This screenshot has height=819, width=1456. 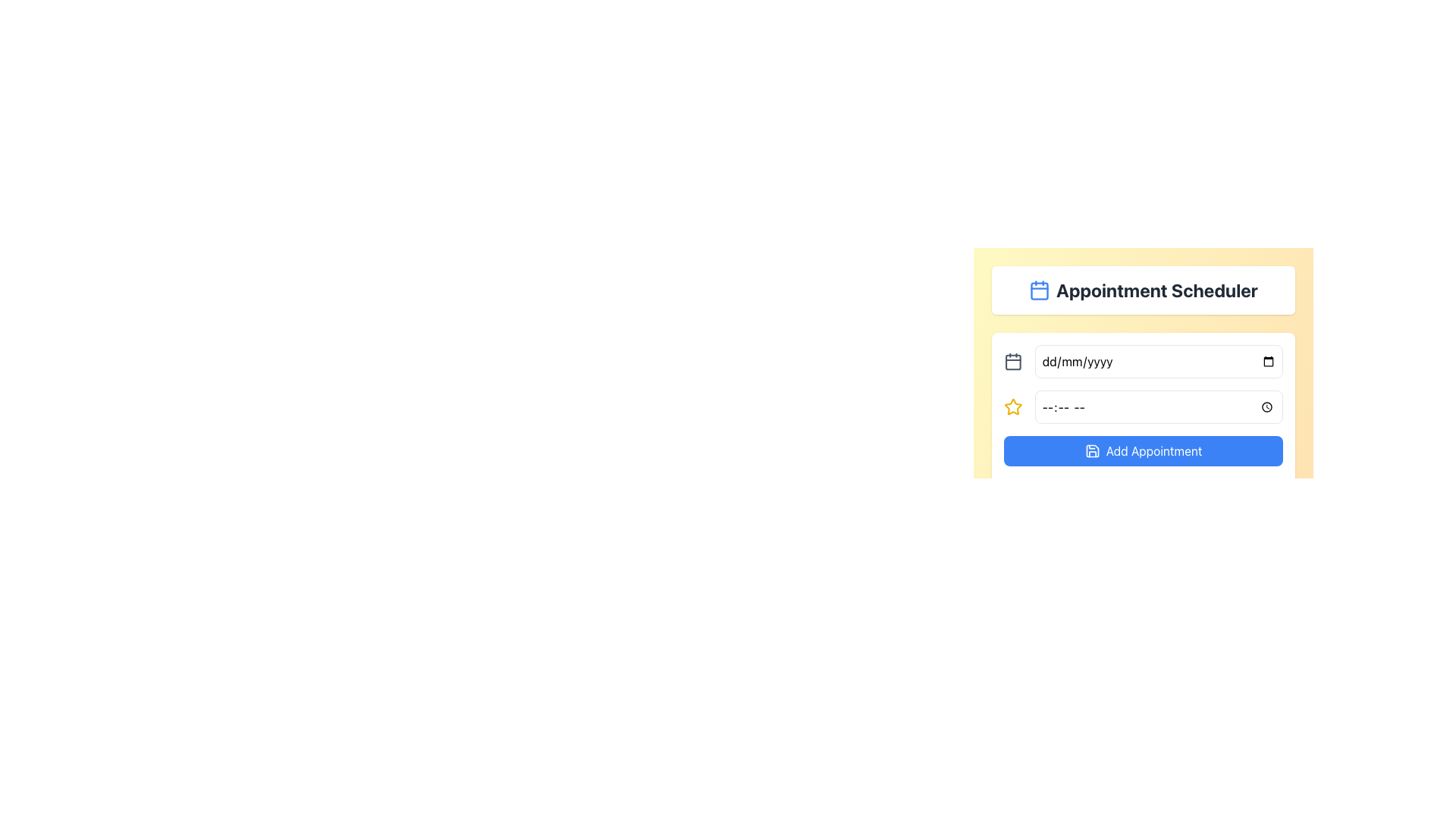 I want to click on the 'Finalize Appointment' button located at the bottom of the 'Appointment Scheduler' form, so click(x=1143, y=450).